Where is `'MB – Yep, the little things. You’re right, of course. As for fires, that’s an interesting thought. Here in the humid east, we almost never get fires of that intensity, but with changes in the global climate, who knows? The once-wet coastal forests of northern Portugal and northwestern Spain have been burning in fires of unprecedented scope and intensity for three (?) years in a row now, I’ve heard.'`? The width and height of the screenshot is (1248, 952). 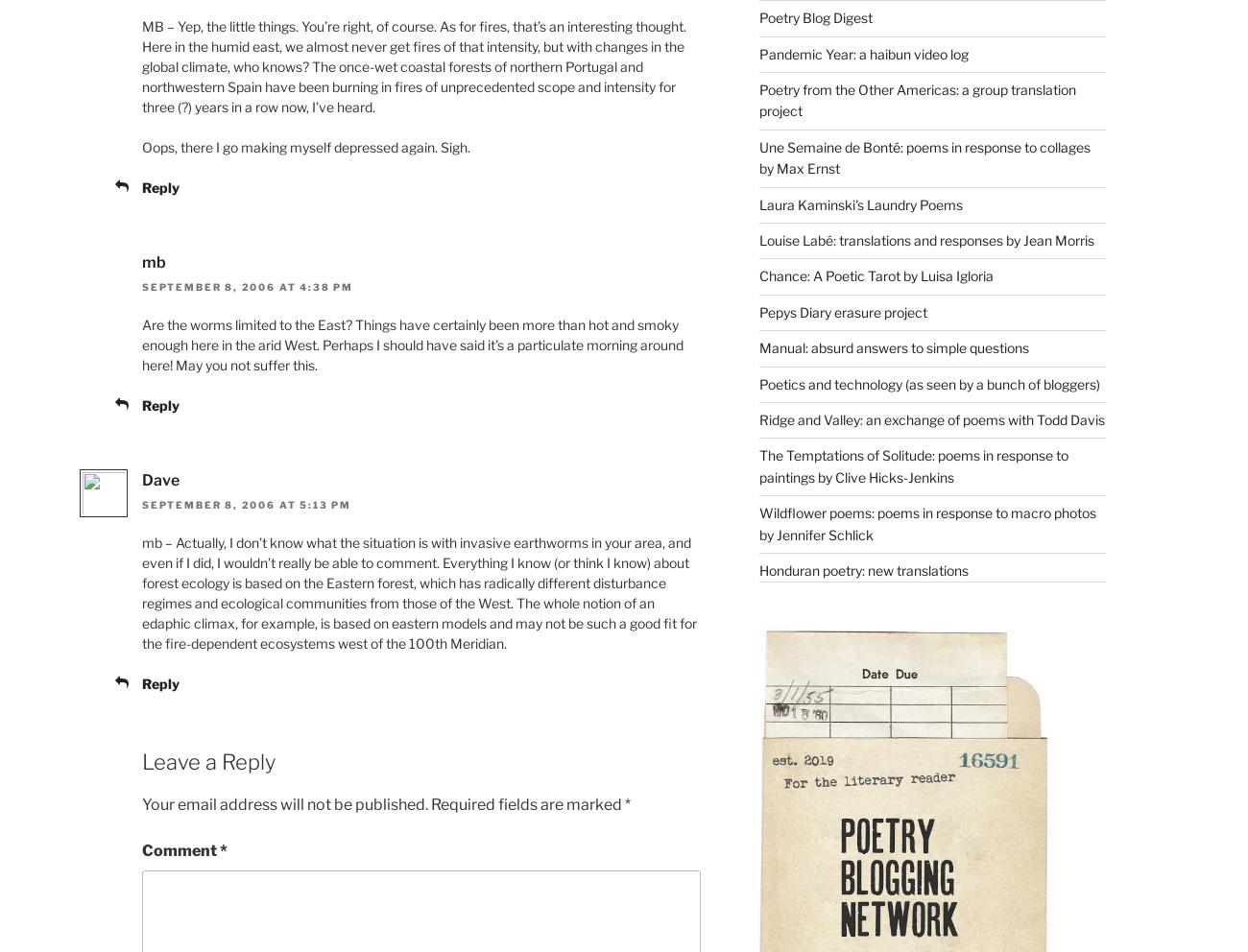 'MB – Yep, the little things. You’re right, of course. As for fires, that’s an interesting thought. Here in the humid east, we almost never get fires of that intensity, but with changes in the global climate, who knows? The once-wet coastal forests of northern Portugal and northwestern Spain have been burning in fires of unprecedented scope and intensity for three (?) years in a row now, I’ve heard.' is located at coordinates (414, 65).